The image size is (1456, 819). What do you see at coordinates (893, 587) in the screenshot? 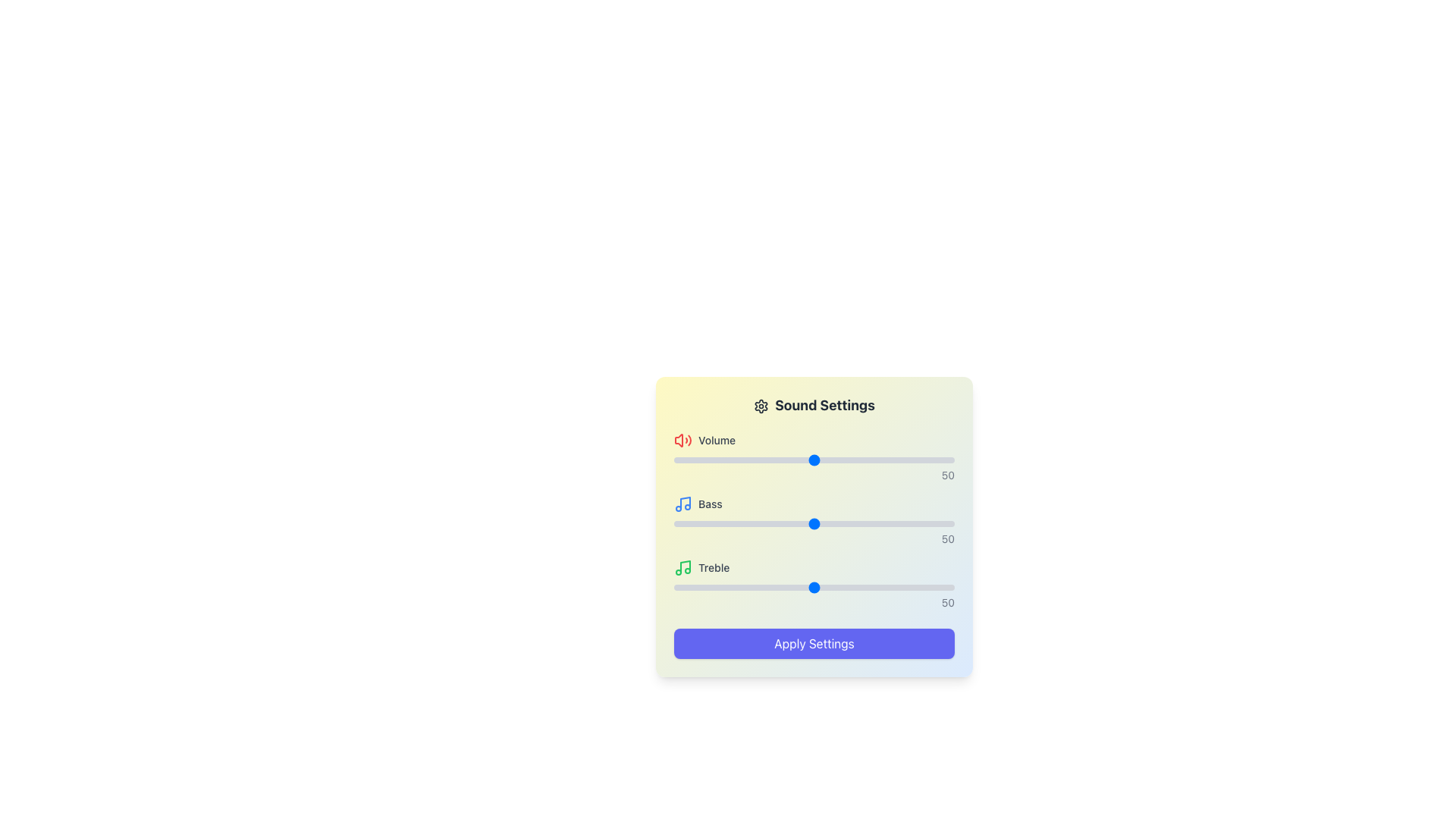
I see `the treble level` at bounding box center [893, 587].